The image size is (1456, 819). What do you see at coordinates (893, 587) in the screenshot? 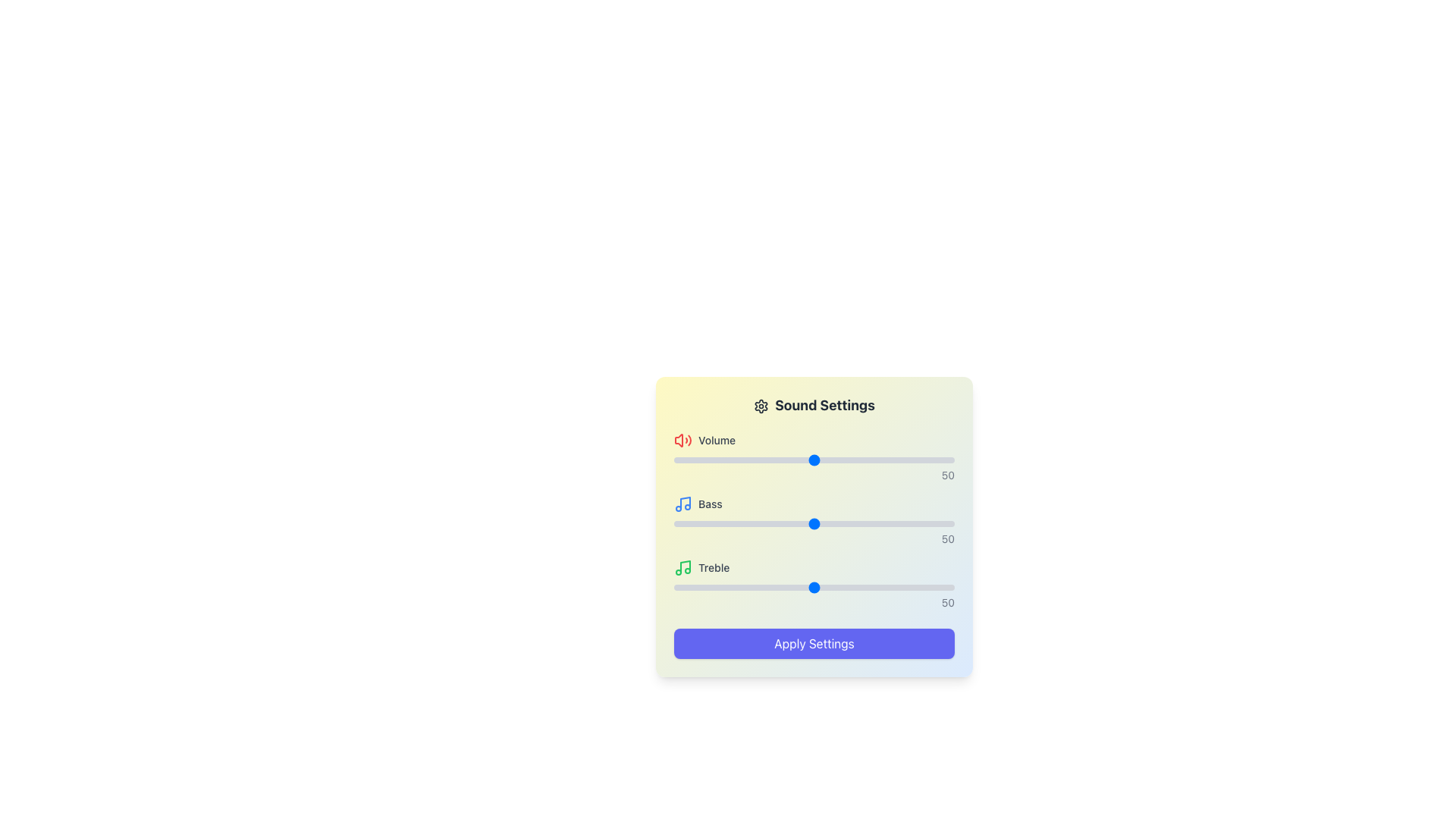
I see `the treble level` at bounding box center [893, 587].